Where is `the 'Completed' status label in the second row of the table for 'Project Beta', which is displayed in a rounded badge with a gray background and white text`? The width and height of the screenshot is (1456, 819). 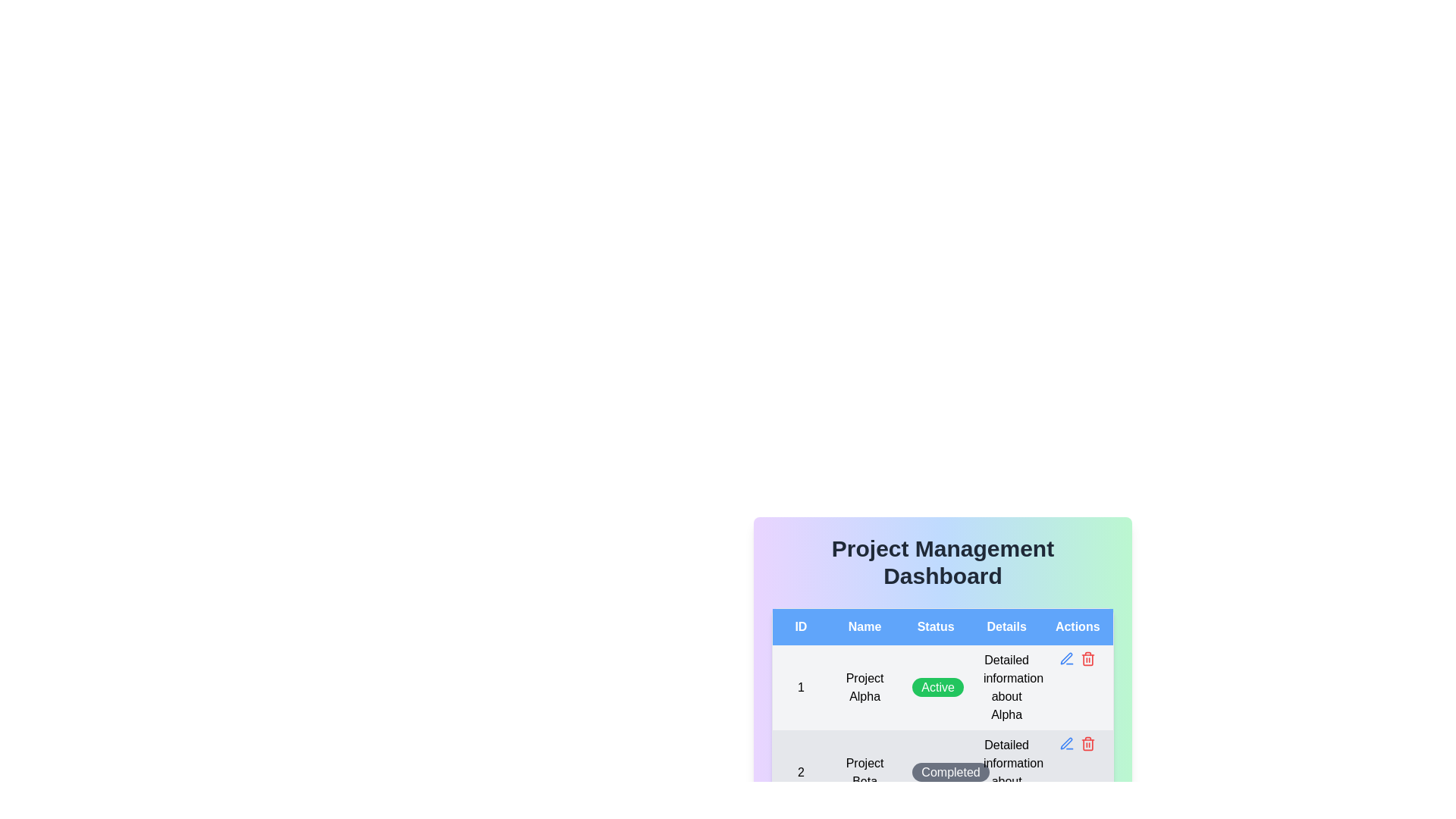 the 'Completed' status label in the second row of the table for 'Project Beta', which is displayed in a rounded badge with a gray background and white text is located at coordinates (942, 772).